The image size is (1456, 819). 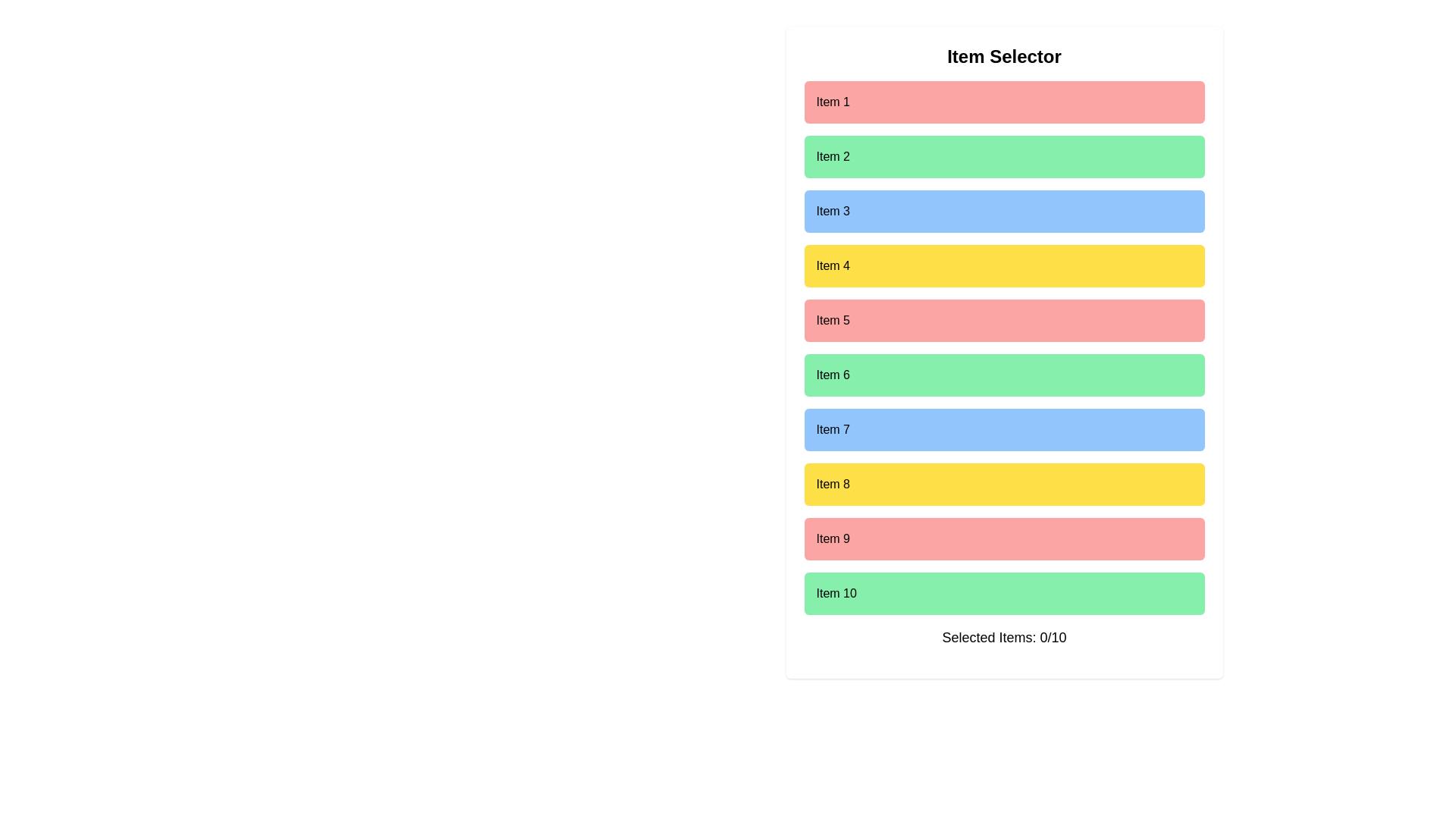 What do you see at coordinates (832, 320) in the screenshot?
I see `the text label 'Item 5' displayed in a red rectangular box within the fifth item of the vertically stacked list in the 'Item Selector' panel` at bounding box center [832, 320].